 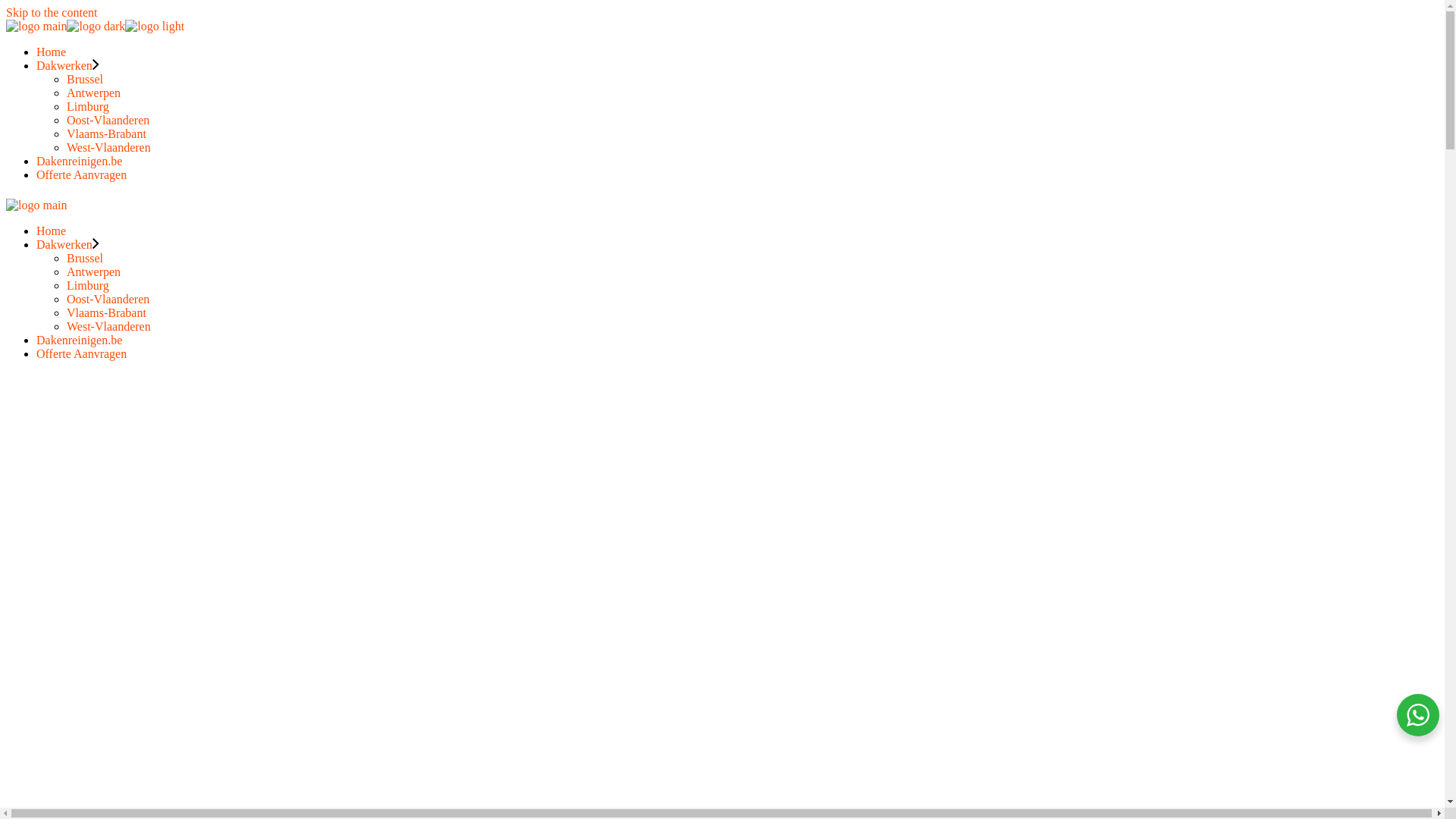 What do you see at coordinates (78, 339) in the screenshot?
I see `'Dakenreinigen.be'` at bounding box center [78, 339].